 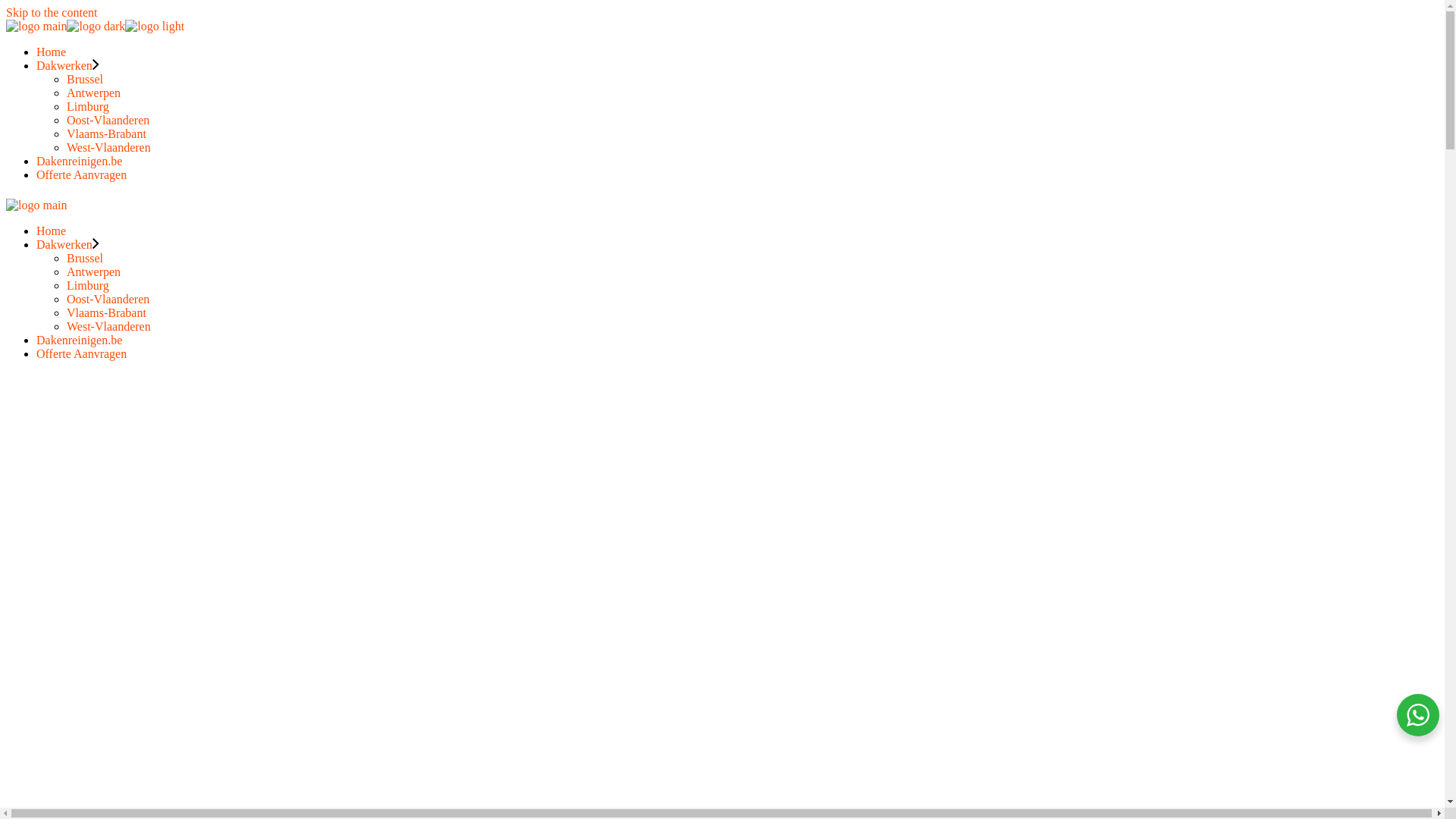 What do you see at coordinates (78, 339) in the screenshot?
I see `'Dakenreinigen.be'` at bounding box center [78, 339].